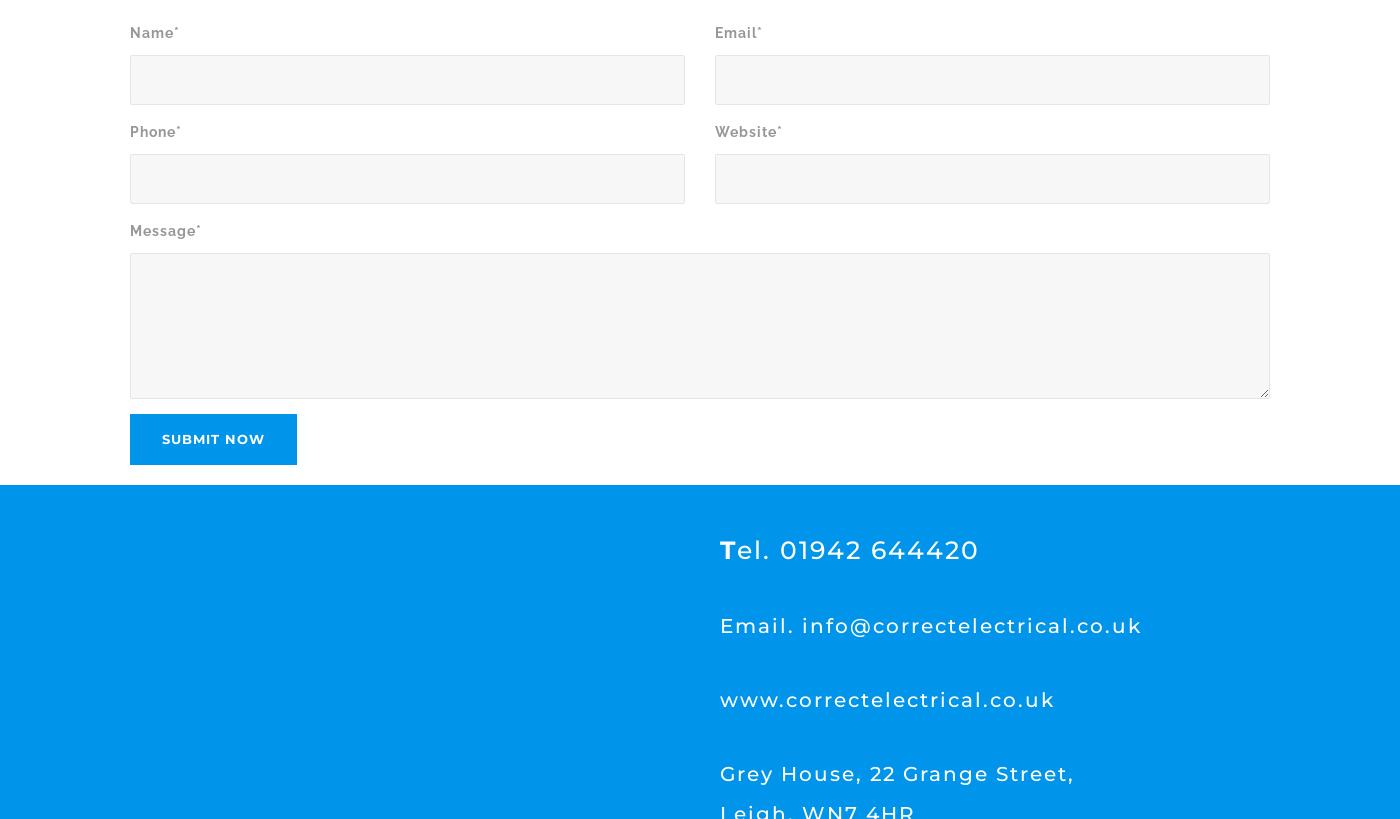 Image resolution: width=1400 pixels, height=819 pixels. Describe the element at coordinates (155, 131) in the screenshot. I see `'Phone*'` at that location.